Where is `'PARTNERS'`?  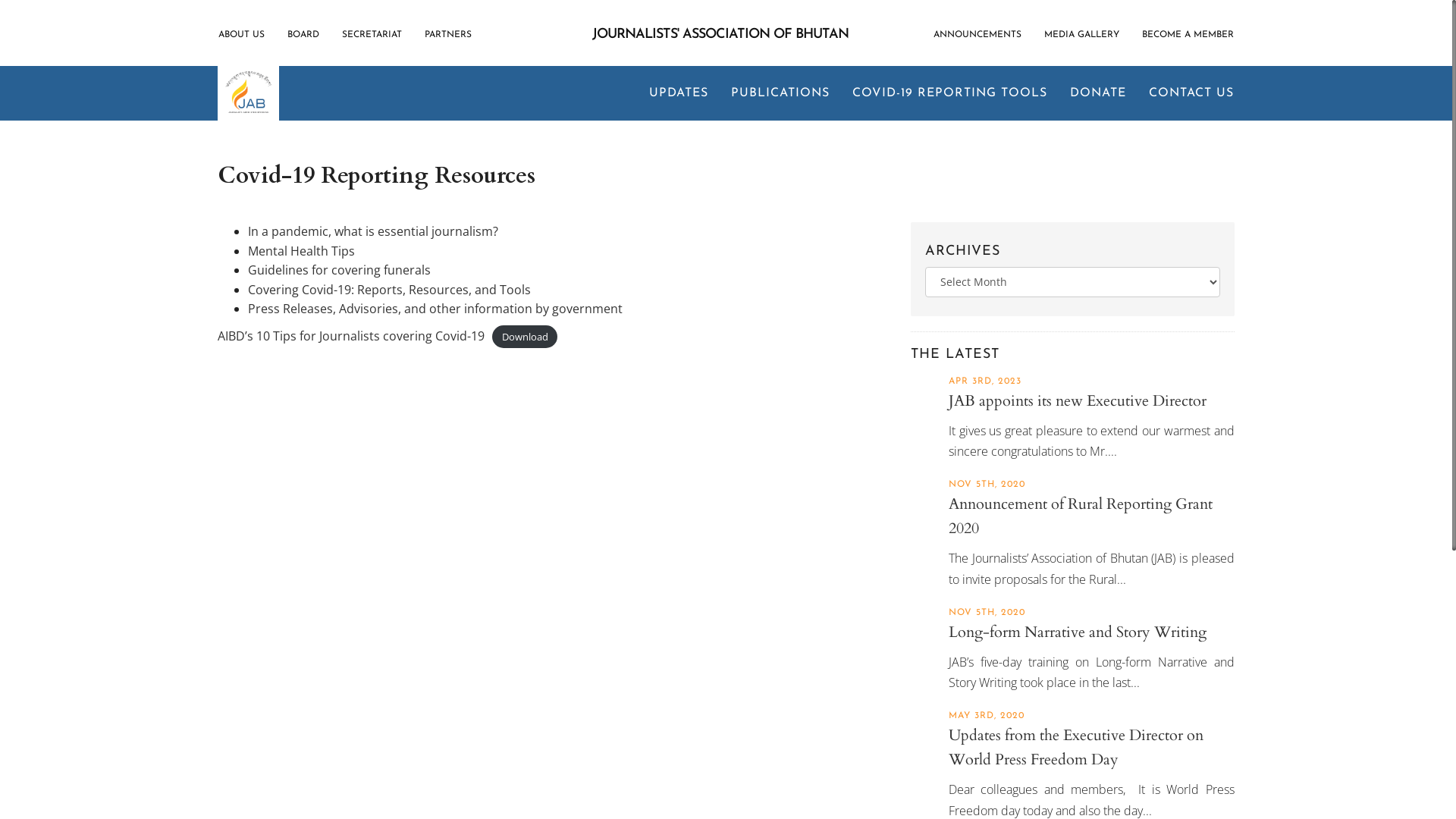 'PARTNERS' is located at coordinates (447, 34).